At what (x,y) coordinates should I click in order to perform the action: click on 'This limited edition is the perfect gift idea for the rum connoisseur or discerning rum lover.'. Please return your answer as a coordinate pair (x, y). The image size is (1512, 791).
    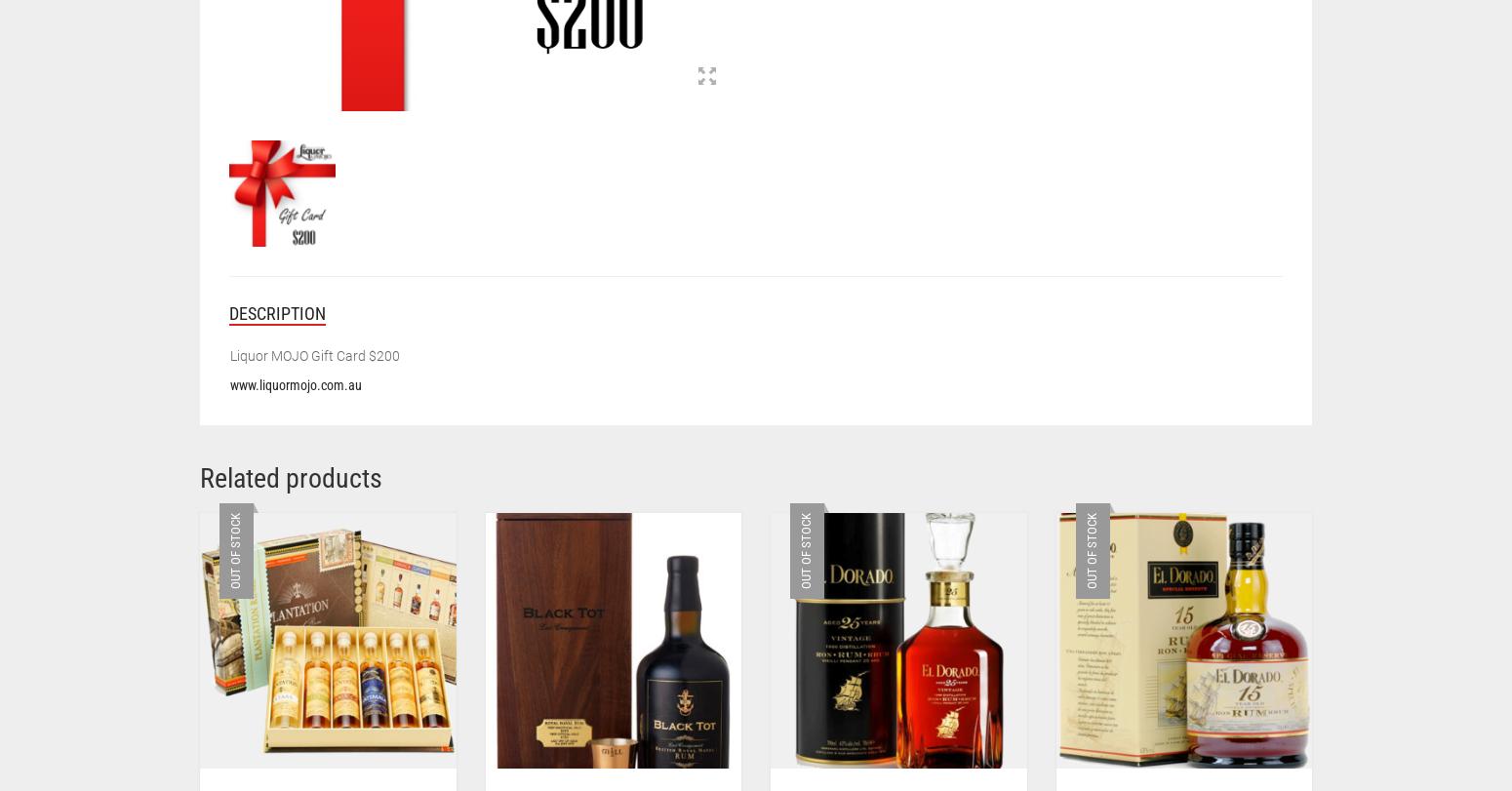
    Looking at the image, I should click on (1015, 159).